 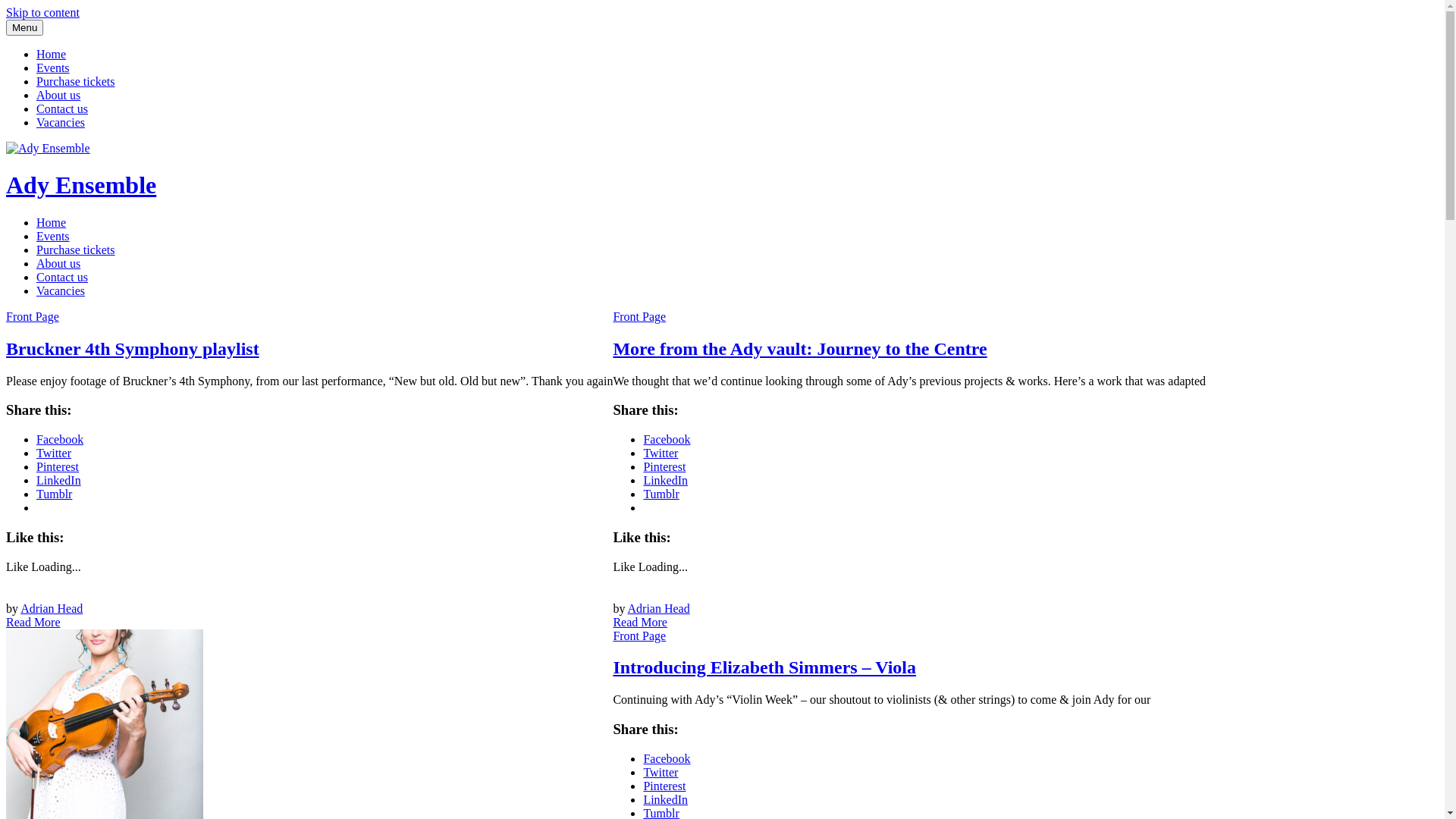 What do you see at coordinates (665, 799) in the screenshot?
I see `'LinkedIn'` at bounding box center [665, 799].